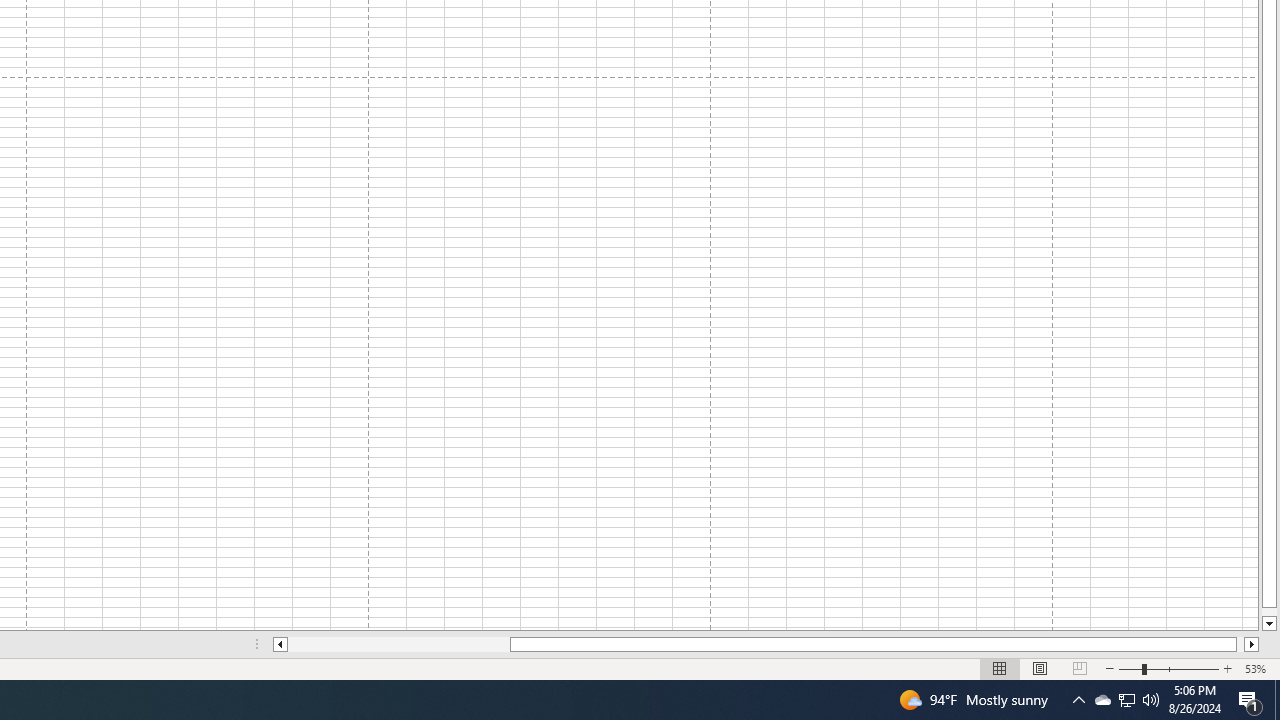 This screenshot has width=1280, height=720. What do you see at coordinates (1168, 669) in the screenshot?
I see `'Zoom'` at bounding box center [1168, 669].